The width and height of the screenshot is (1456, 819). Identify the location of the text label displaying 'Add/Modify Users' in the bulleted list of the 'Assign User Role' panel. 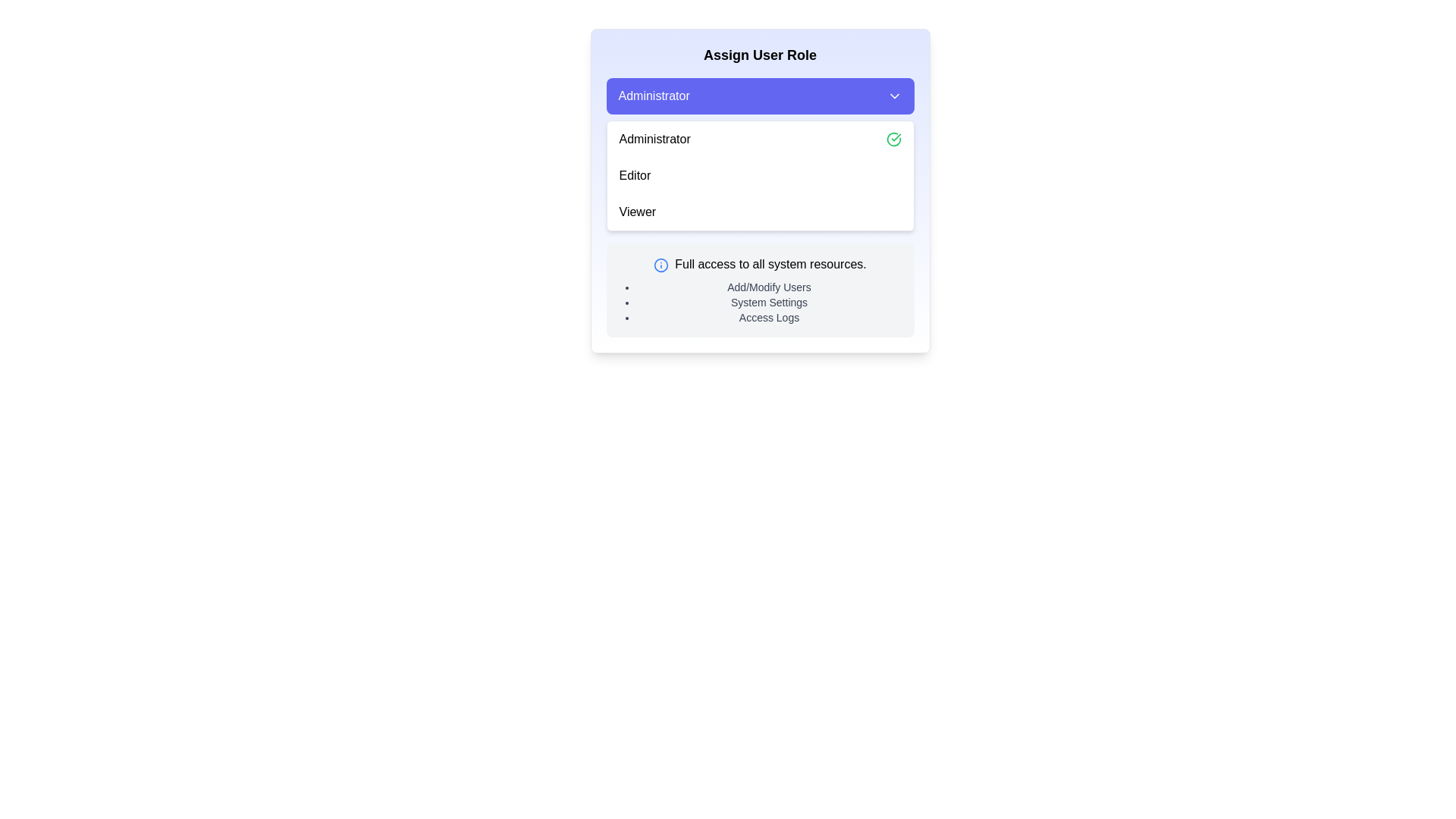
(769, 287).